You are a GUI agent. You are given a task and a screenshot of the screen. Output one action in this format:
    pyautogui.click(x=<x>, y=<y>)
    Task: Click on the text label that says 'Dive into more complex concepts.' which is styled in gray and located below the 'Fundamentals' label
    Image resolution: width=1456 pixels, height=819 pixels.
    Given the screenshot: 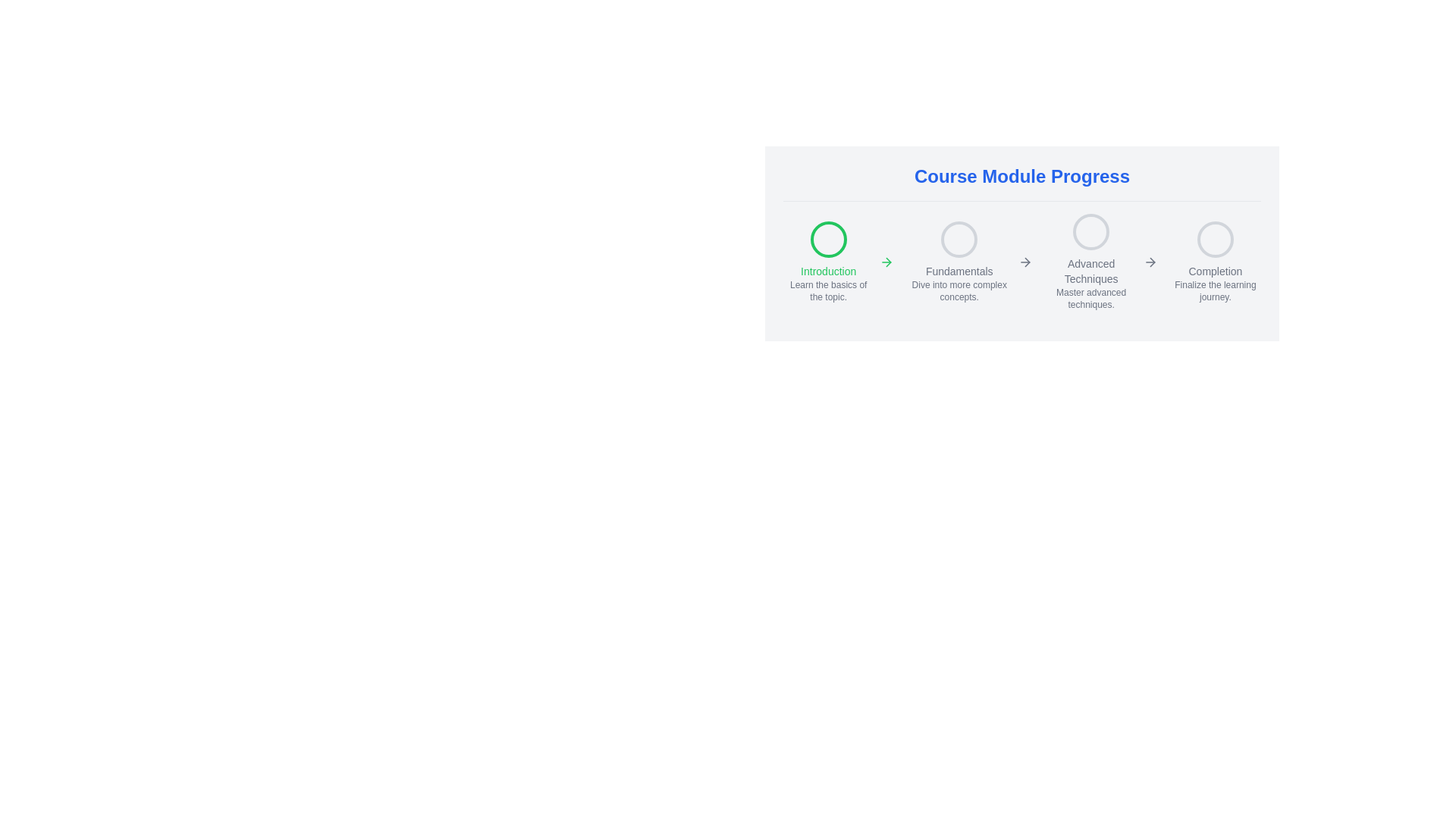 What is the action you would take?
    pyautogui.click(x=959, y=291)
    